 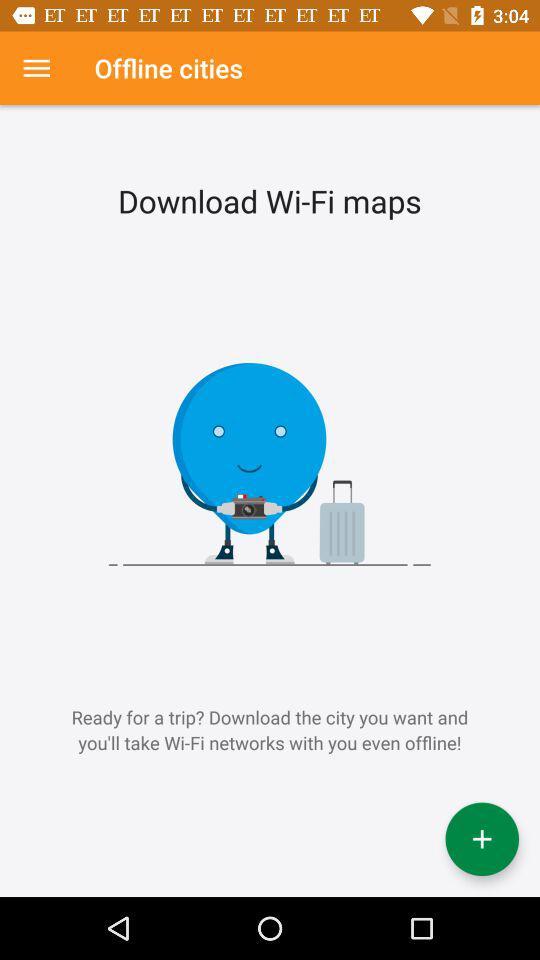 What do you see at coordinates (36, 68) in the screenshot?
I see `settings option` at bounding box center [36, 68].